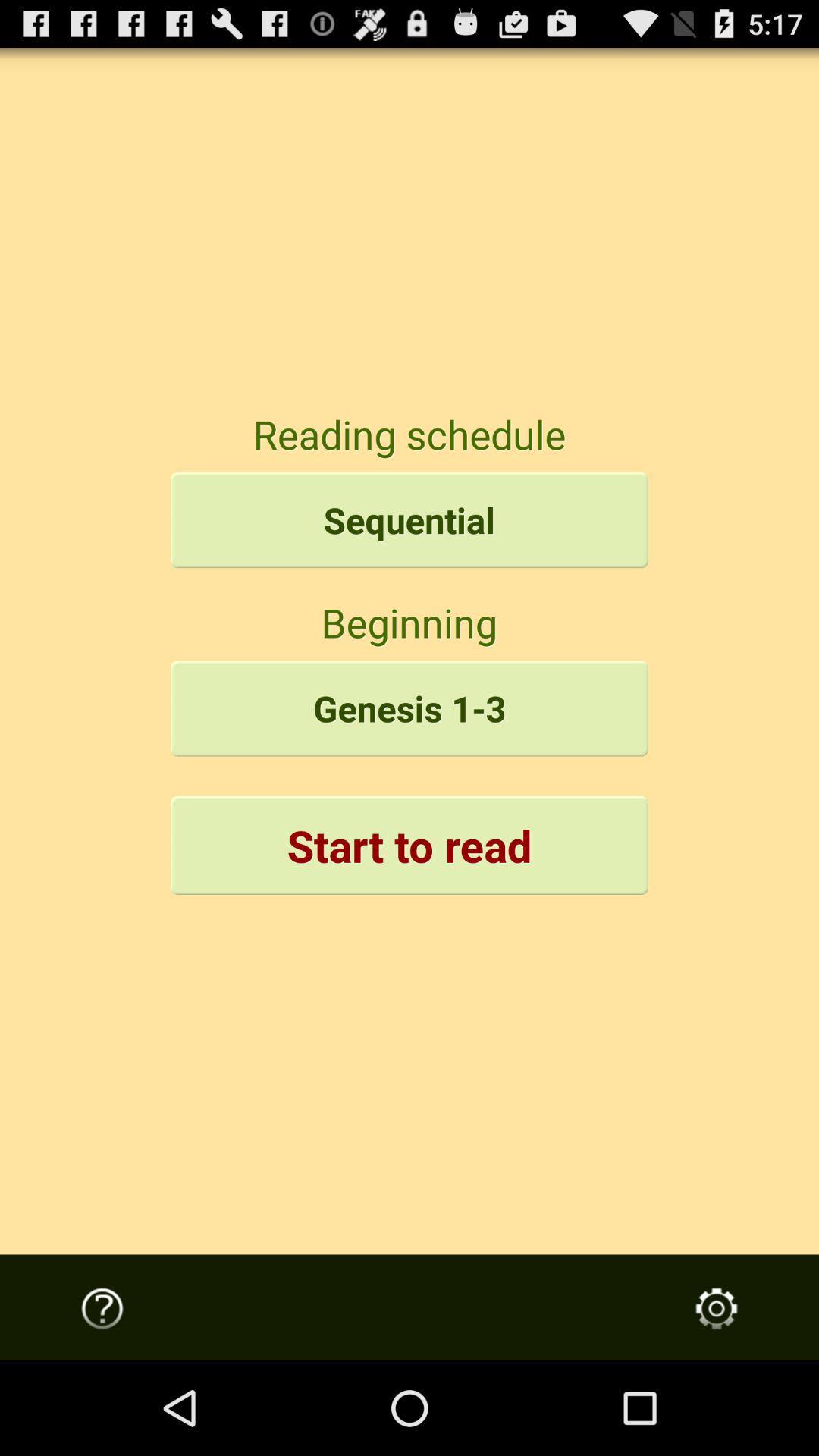 The width and height of the screenshot is (819, 1456). I want to click on the icon above start to read item, so click(409, 708).